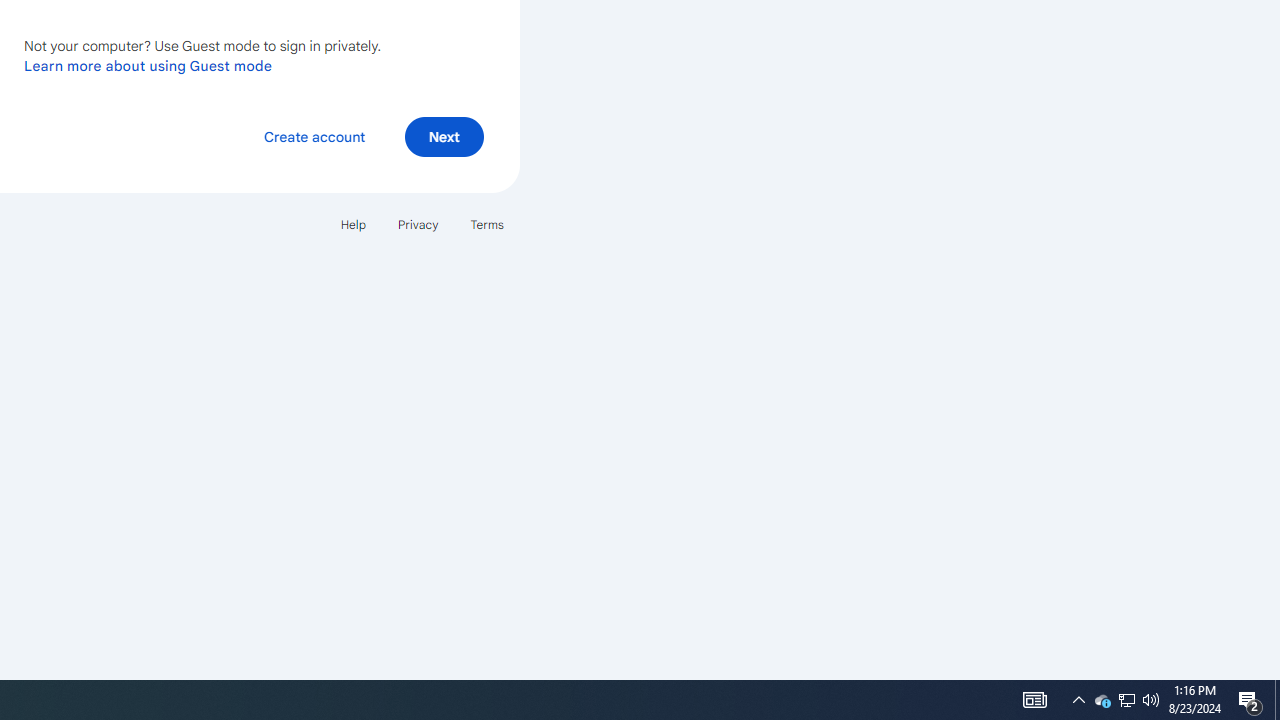 Image resolution: width=1280 pixels, height=720 pixels. I want to click on 'Privacy', so click(416, 224).